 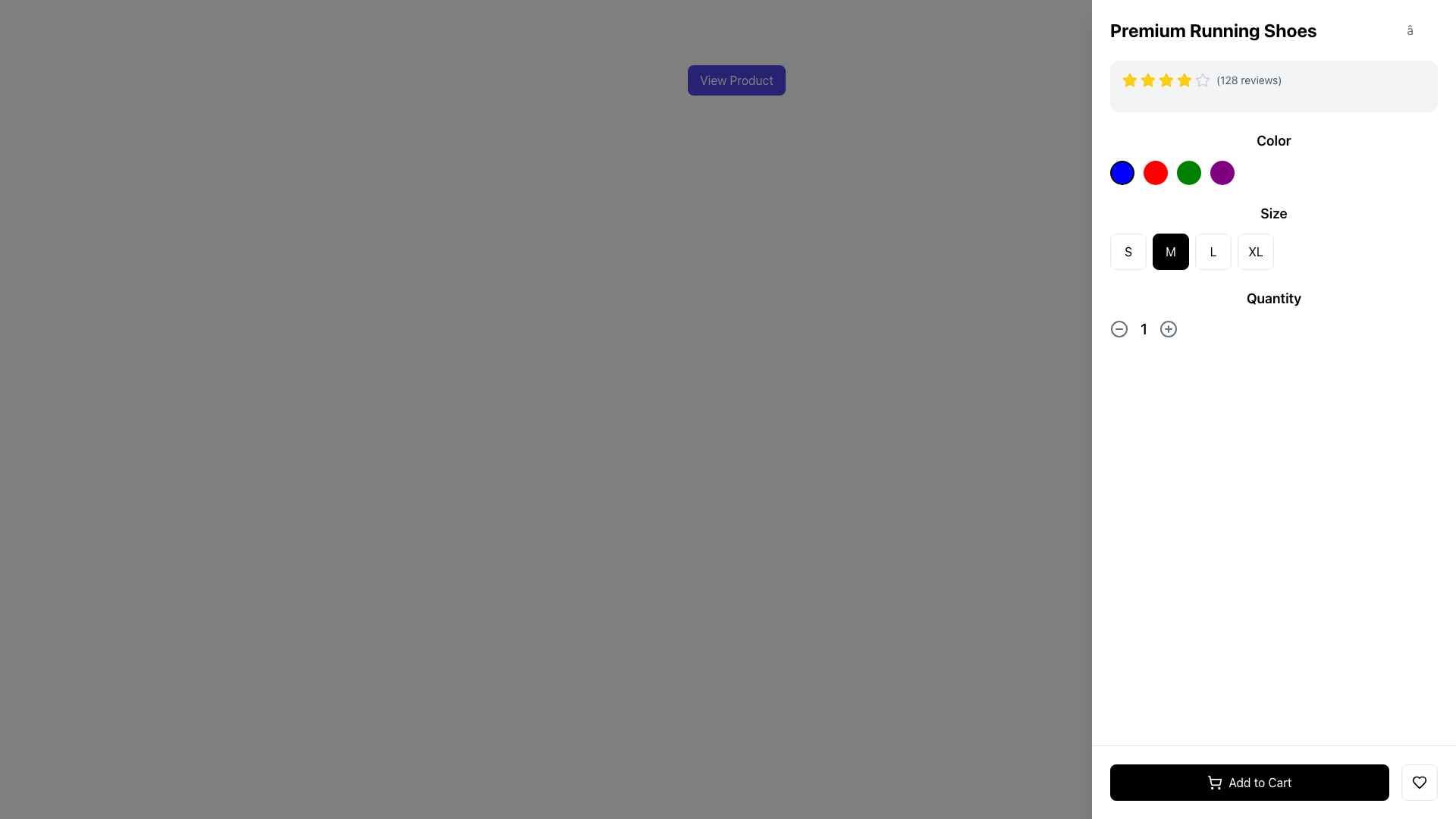 I want to click on the increment button located in the 'Quantity' section, which is positioned to the right of the decrement button ('-') and next to the number indicator ('1'), to increment the selected quantity by one, so click(x=1167, y=328).